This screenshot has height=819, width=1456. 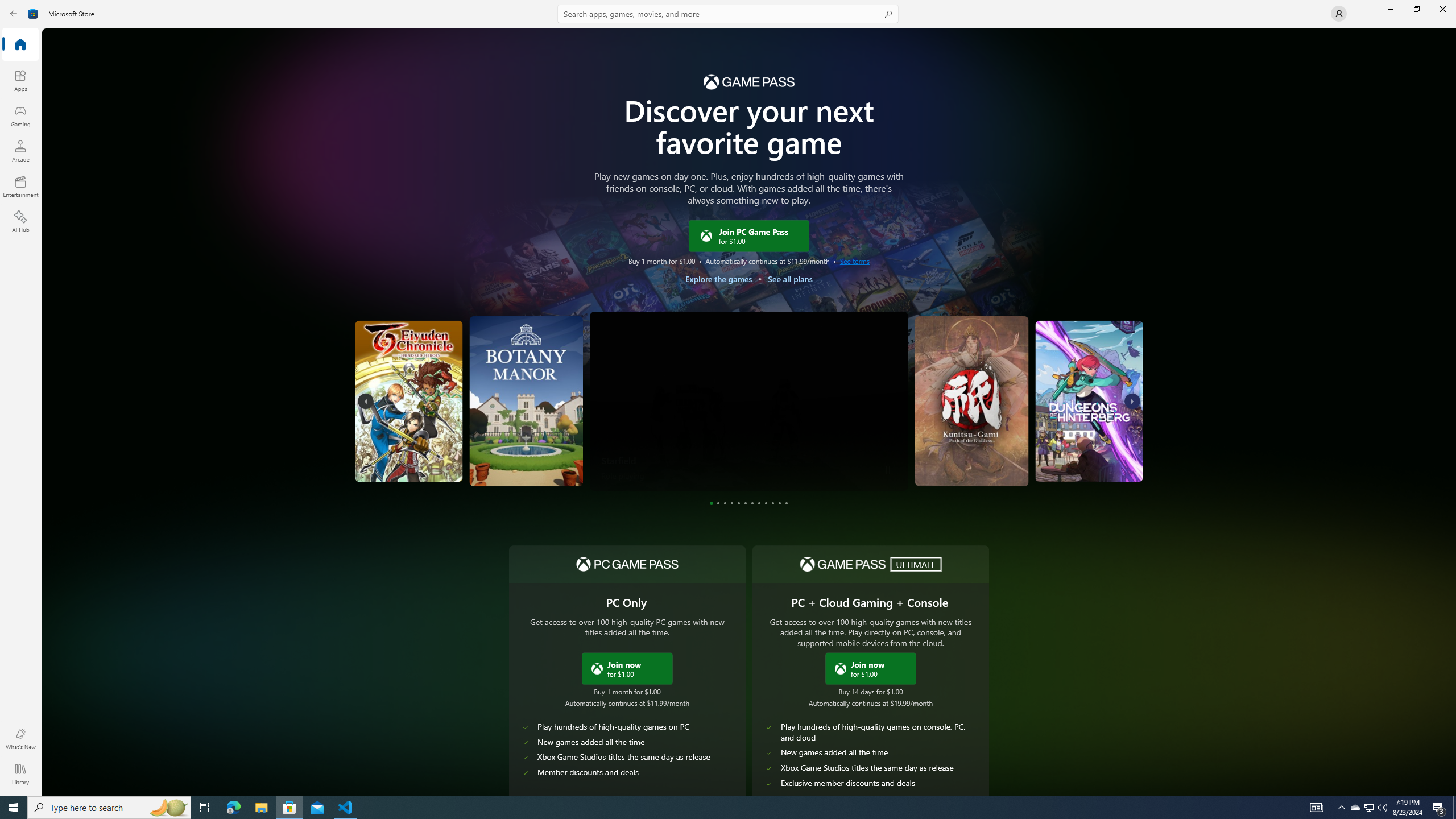 I want to click on 'Kunitsu-Gami: Path of the Goddess', so click(x=974, y=400).